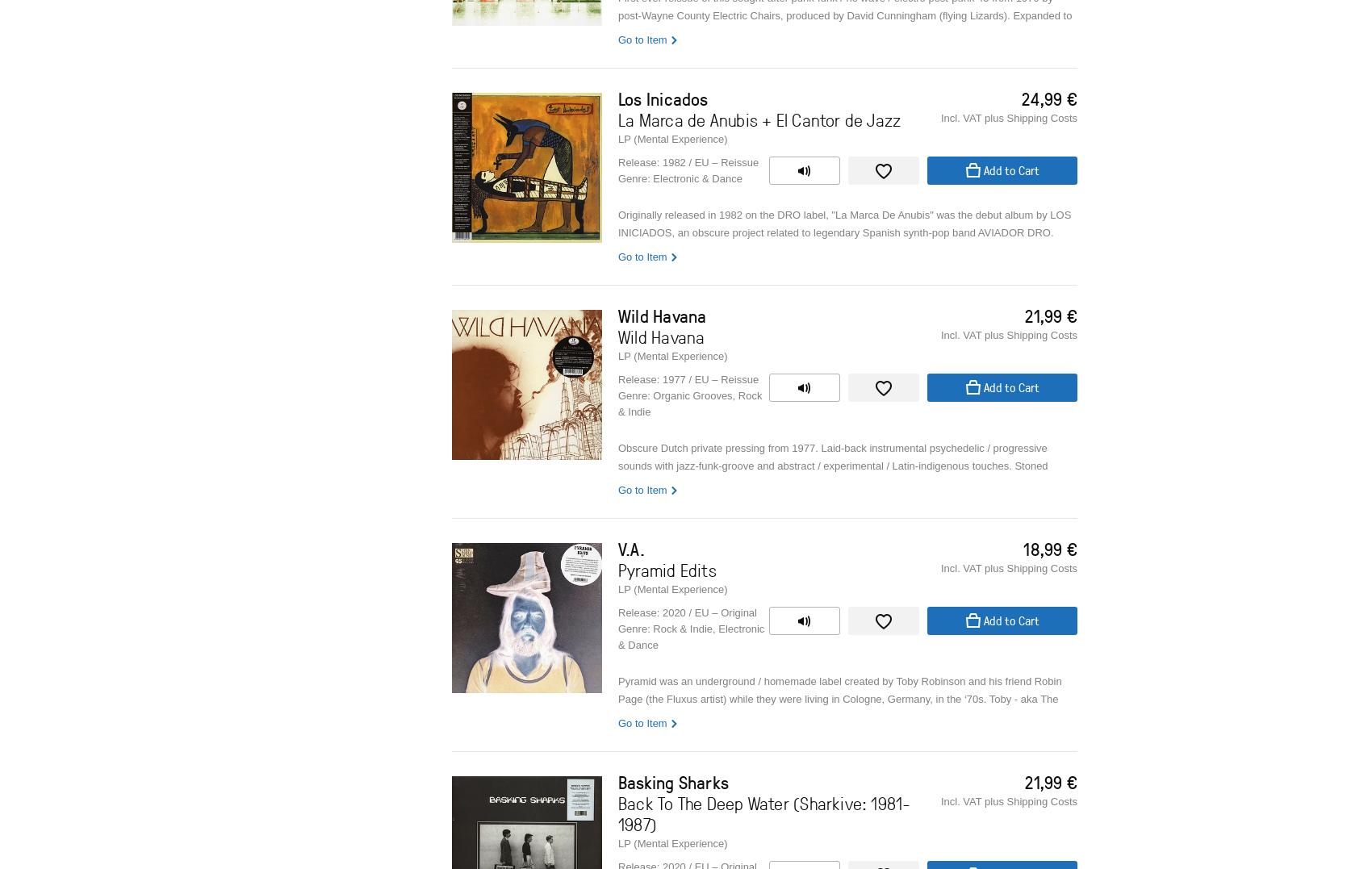  I want to click on 'Basking Sharks', so click(672, 782).